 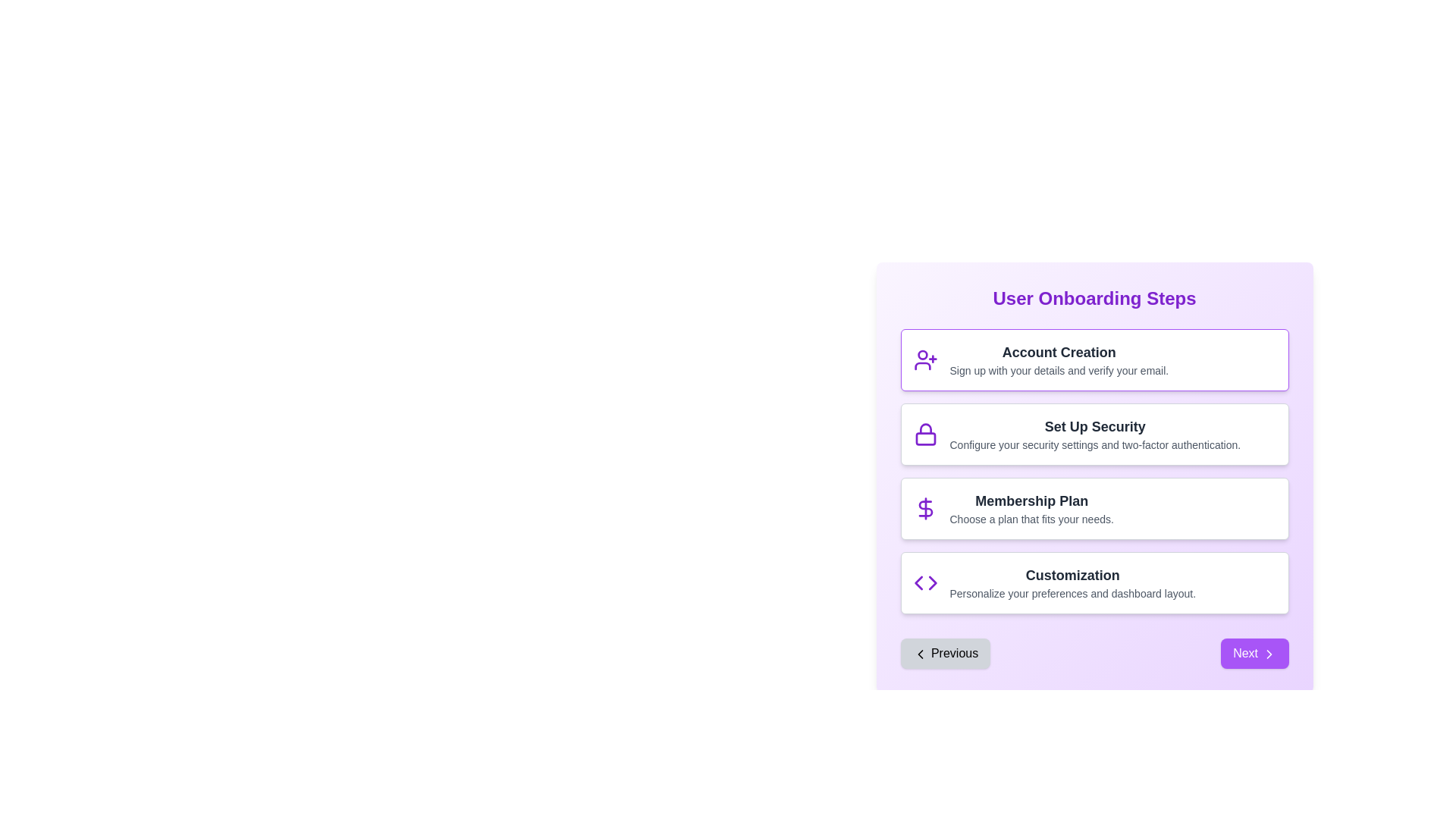 I want to click on the bold, dark gray text label reading 'Customization' that is styled prominently within a light purple card, serving as a section title in the User Onboarding Steps, so click(x=1072, y=576).